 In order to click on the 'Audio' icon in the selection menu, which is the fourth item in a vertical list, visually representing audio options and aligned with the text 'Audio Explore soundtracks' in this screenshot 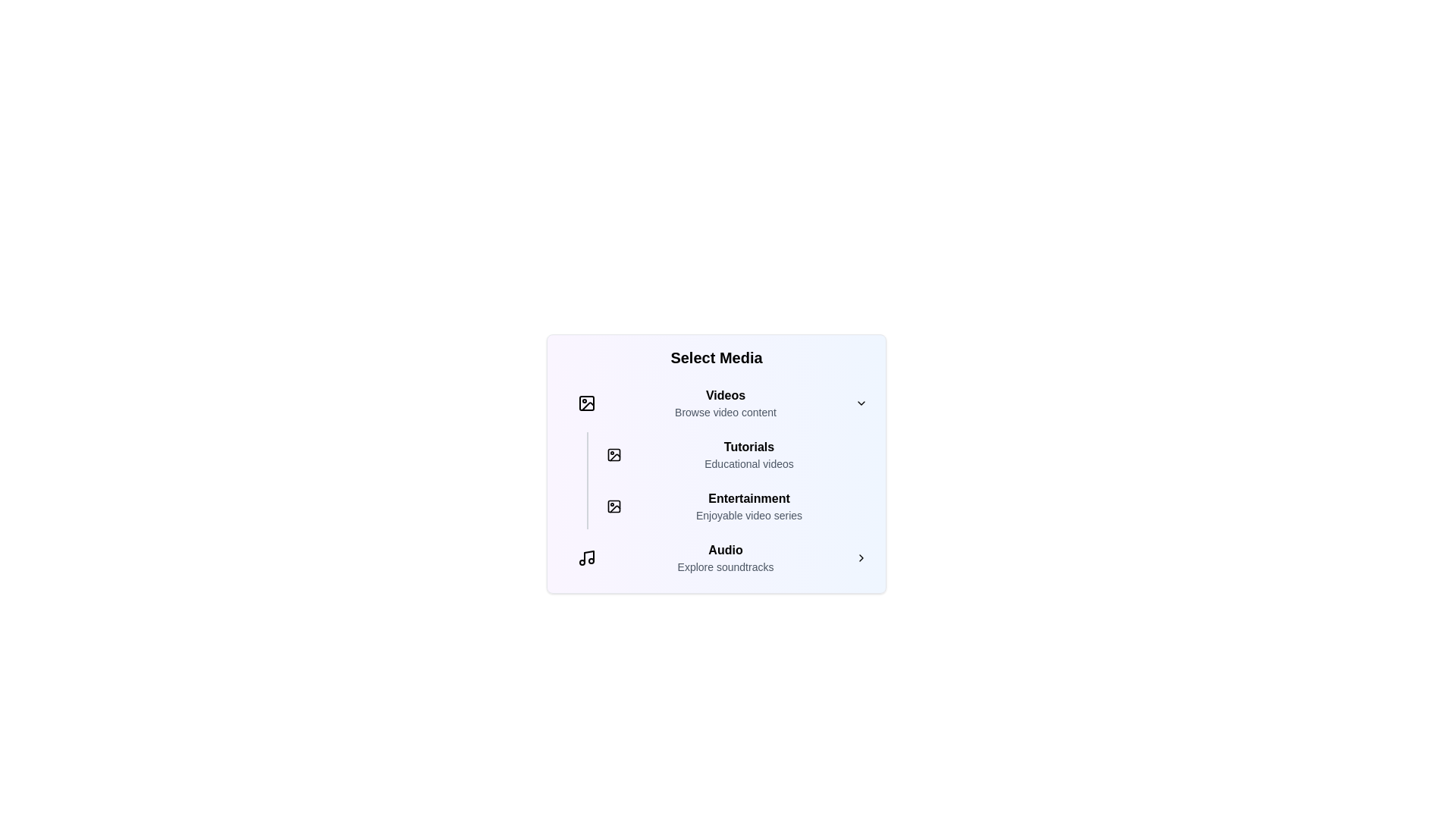, I will do `click(585, 558)`.